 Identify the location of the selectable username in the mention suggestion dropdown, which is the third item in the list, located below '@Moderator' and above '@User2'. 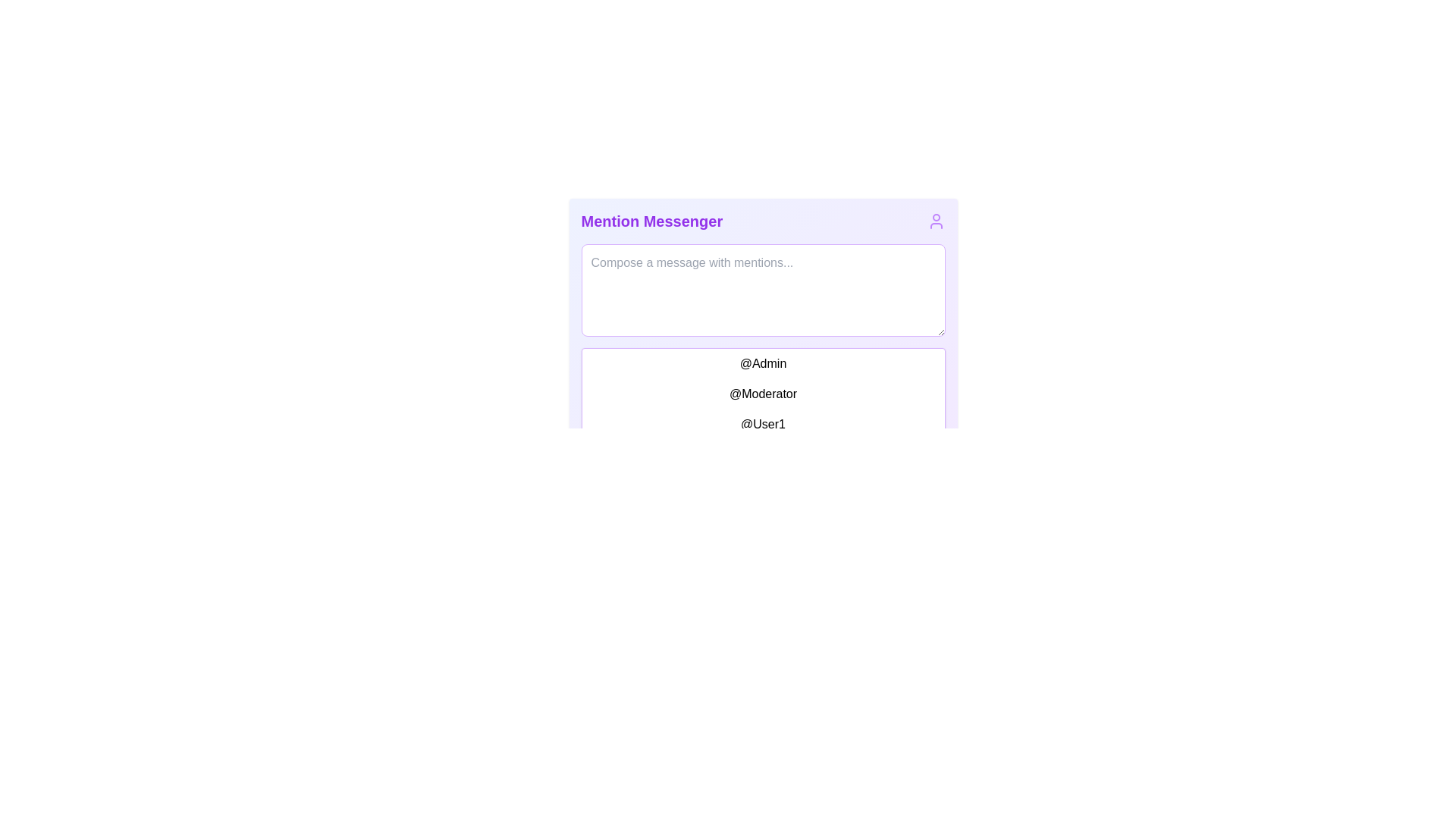
(763, 409).